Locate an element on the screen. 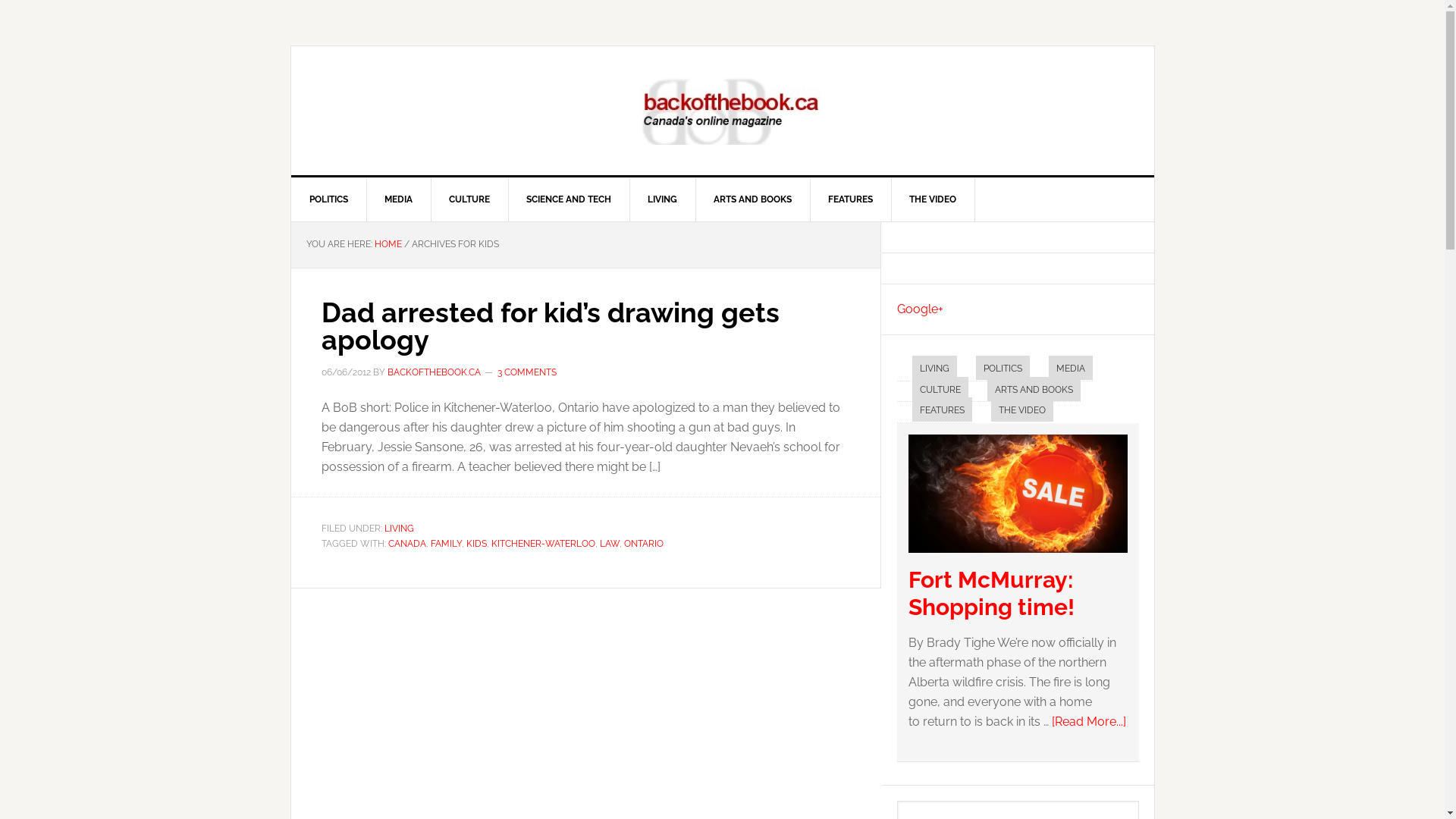  'KIDS' is located at coordinates (475, 543).